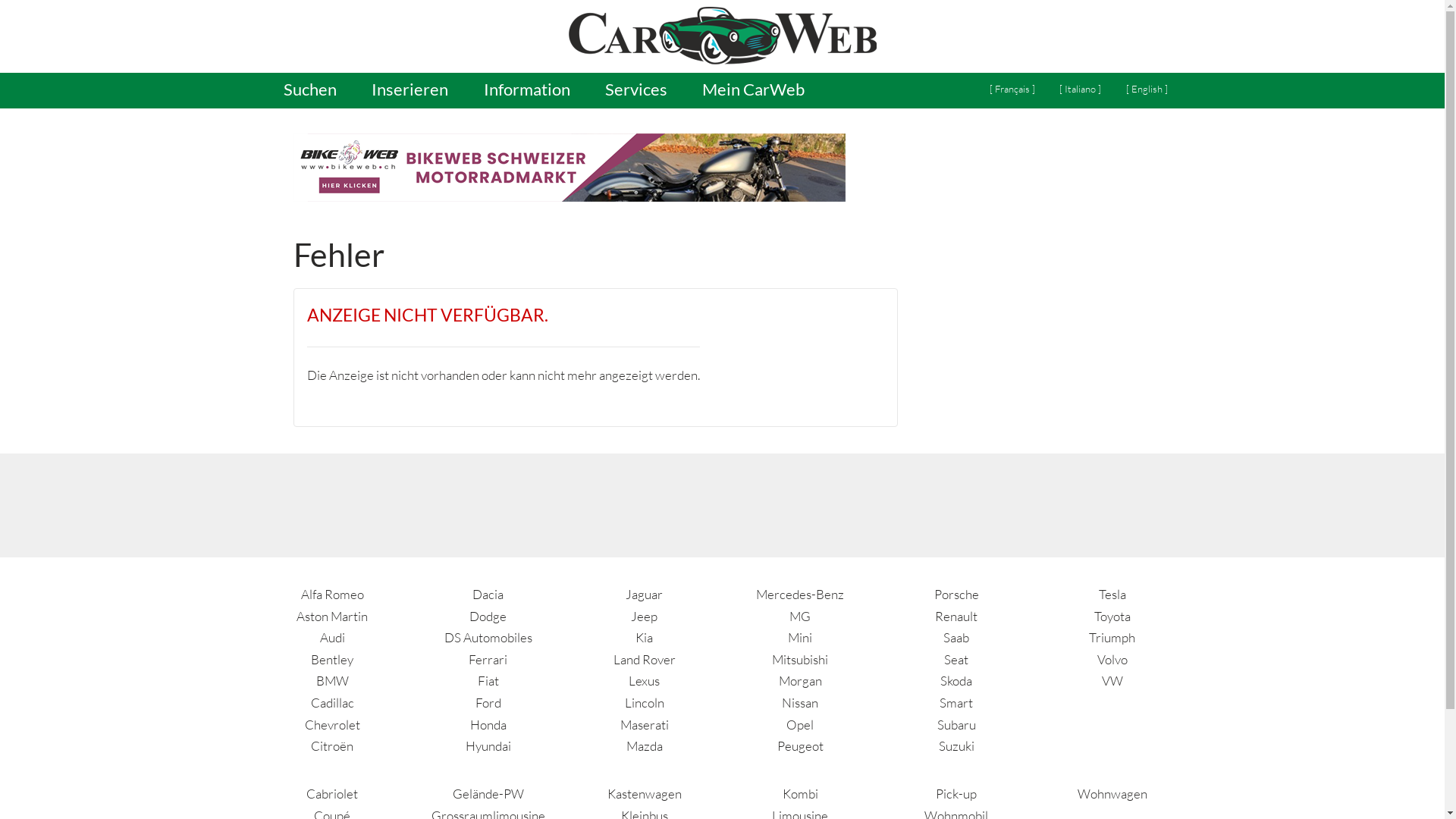 This screenshot has height=819, width=1456. What do you see at coordinates (488, 616) in the screenshot?
I see `'Dodge'` at bounding box center [488, 616].